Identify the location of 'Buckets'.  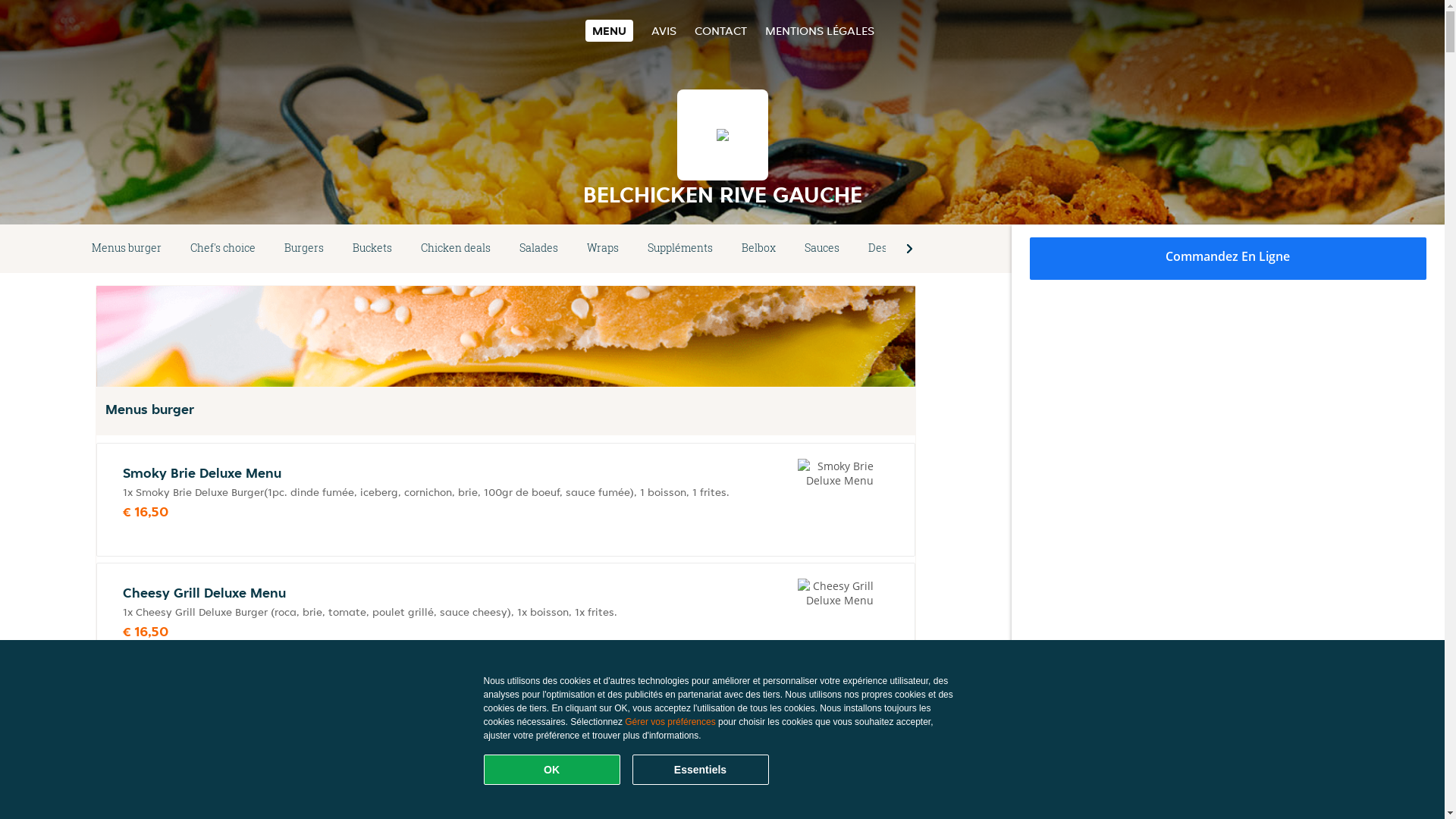
(372, 247).